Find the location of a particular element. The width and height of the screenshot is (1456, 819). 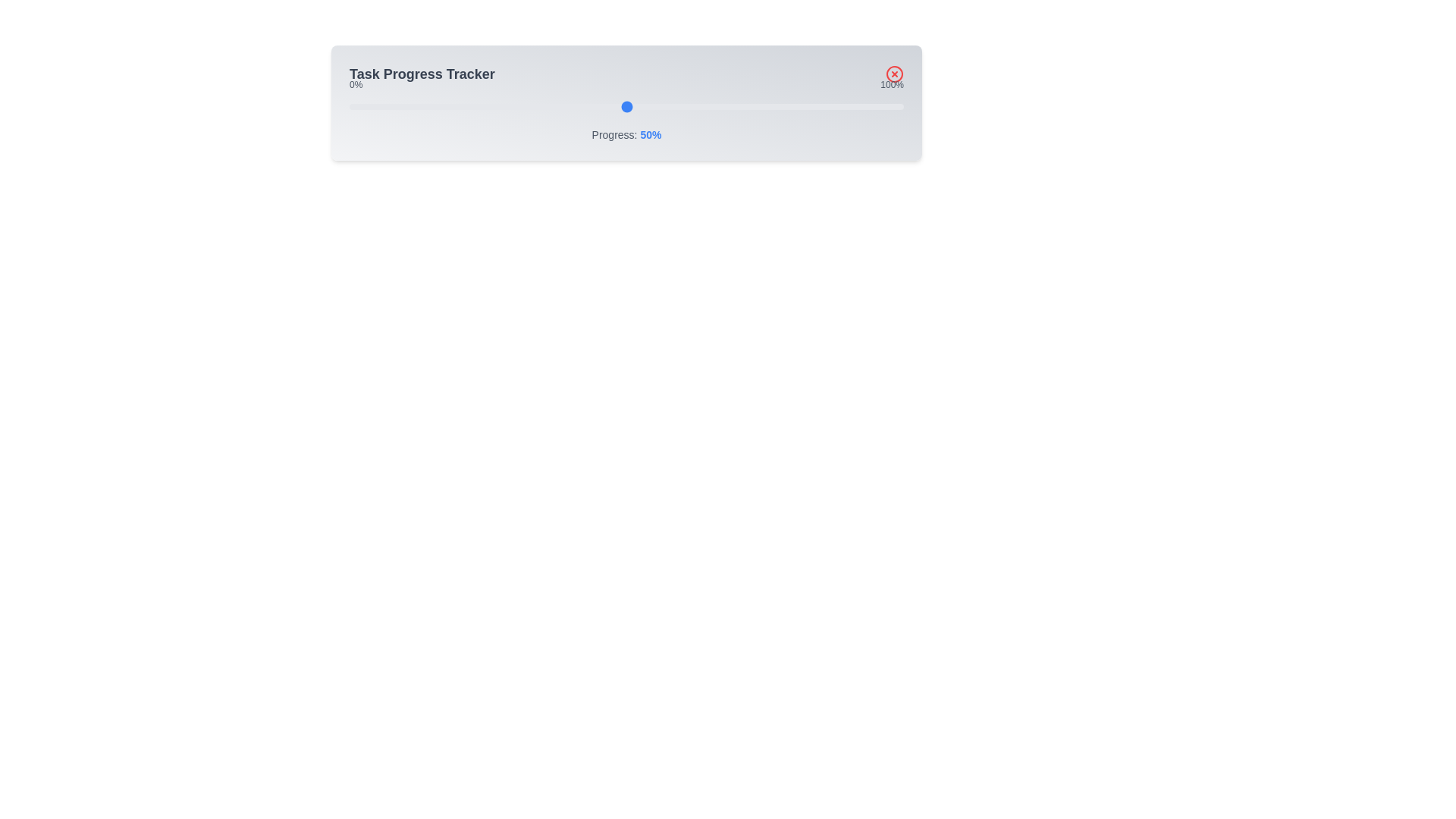

the close/cancel/dismiss icon in the 'Task Progress Tracker' section is located at coordinates (895, 74).